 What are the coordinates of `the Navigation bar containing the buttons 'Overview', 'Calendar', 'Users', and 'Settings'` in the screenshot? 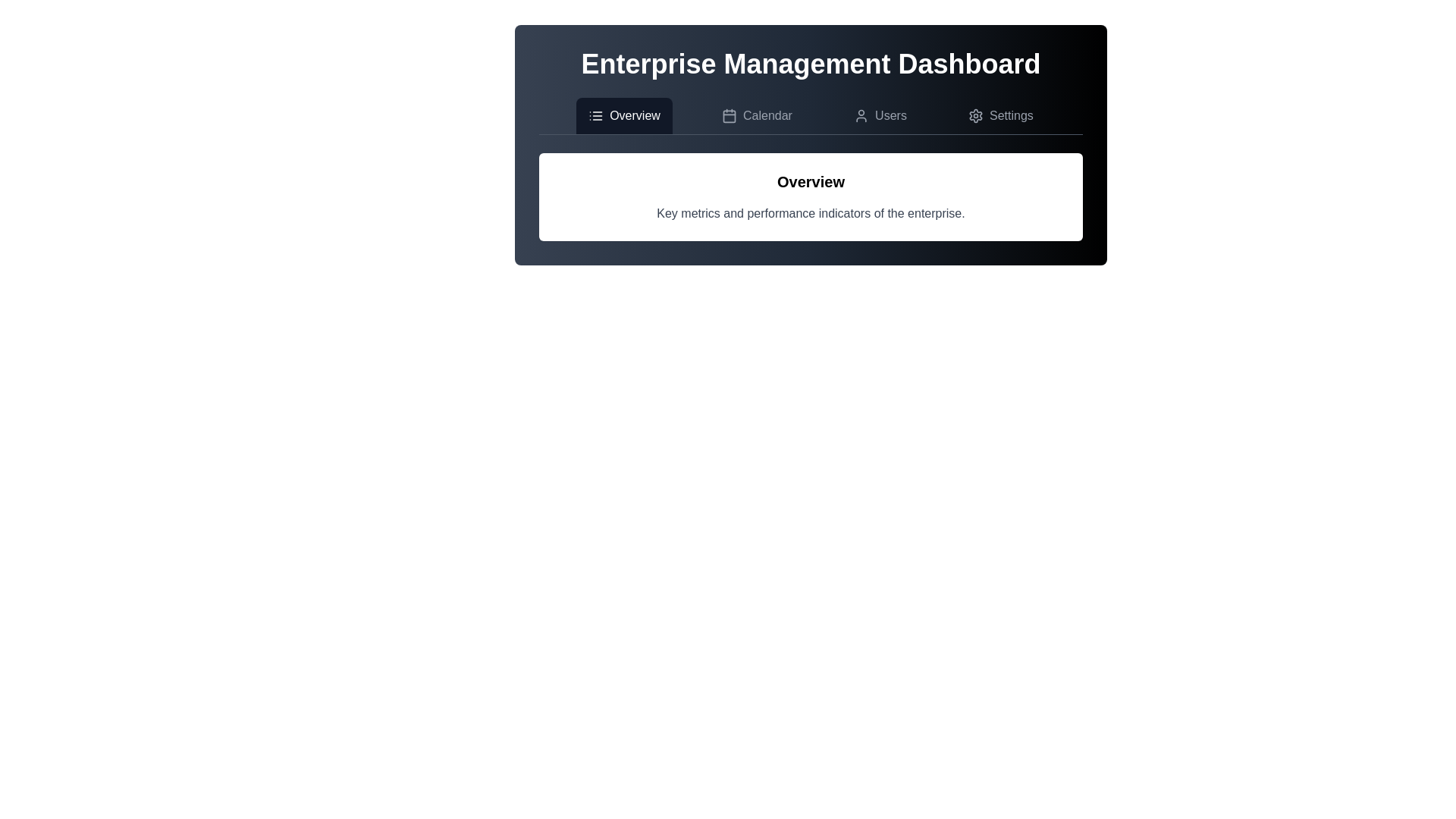 It's located at (810, 115).